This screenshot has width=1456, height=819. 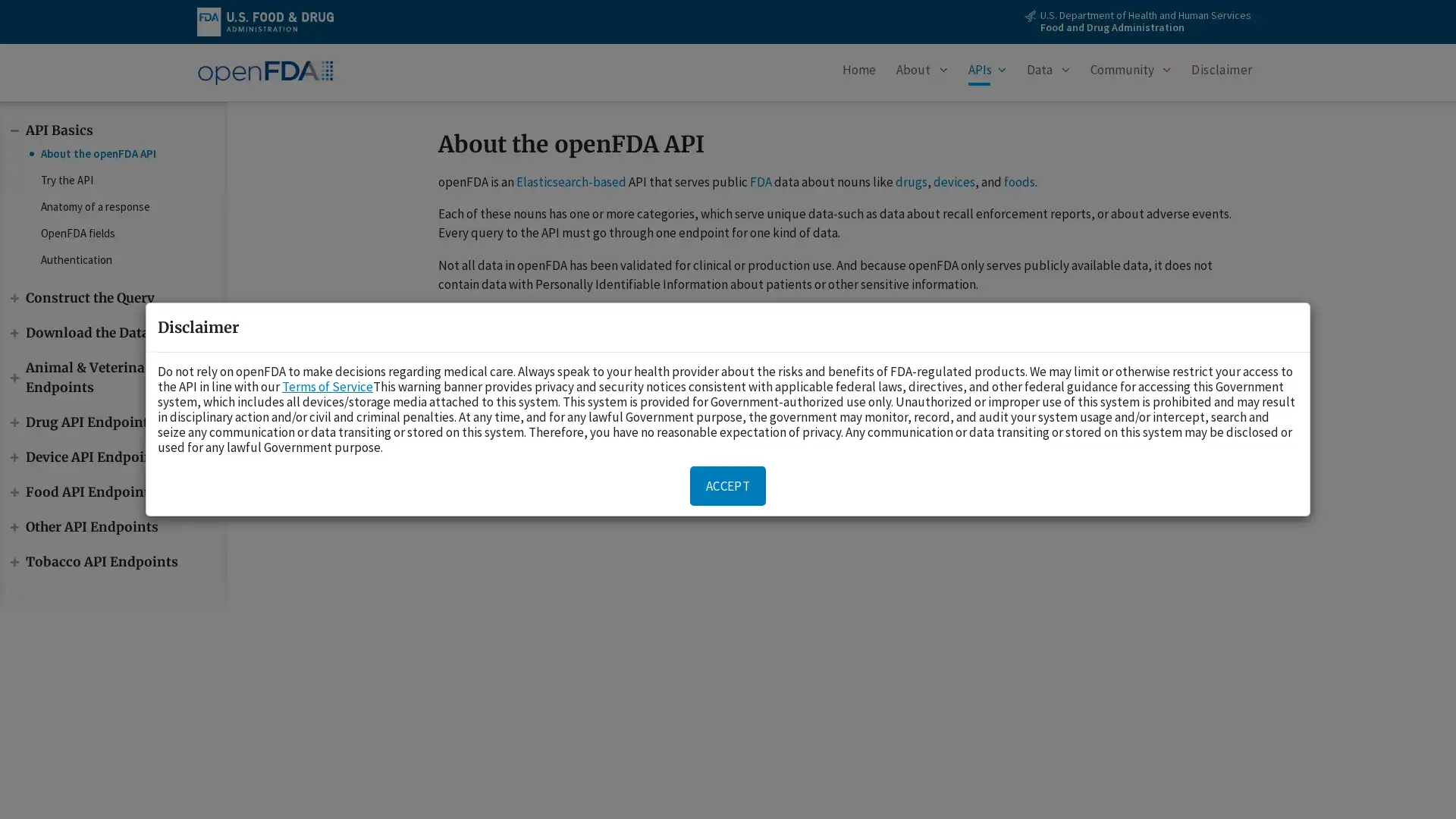 What do you see at coordinates (728, 485) in the screenshot?
I see `ACCEPT` at bounding box center [728, 485].